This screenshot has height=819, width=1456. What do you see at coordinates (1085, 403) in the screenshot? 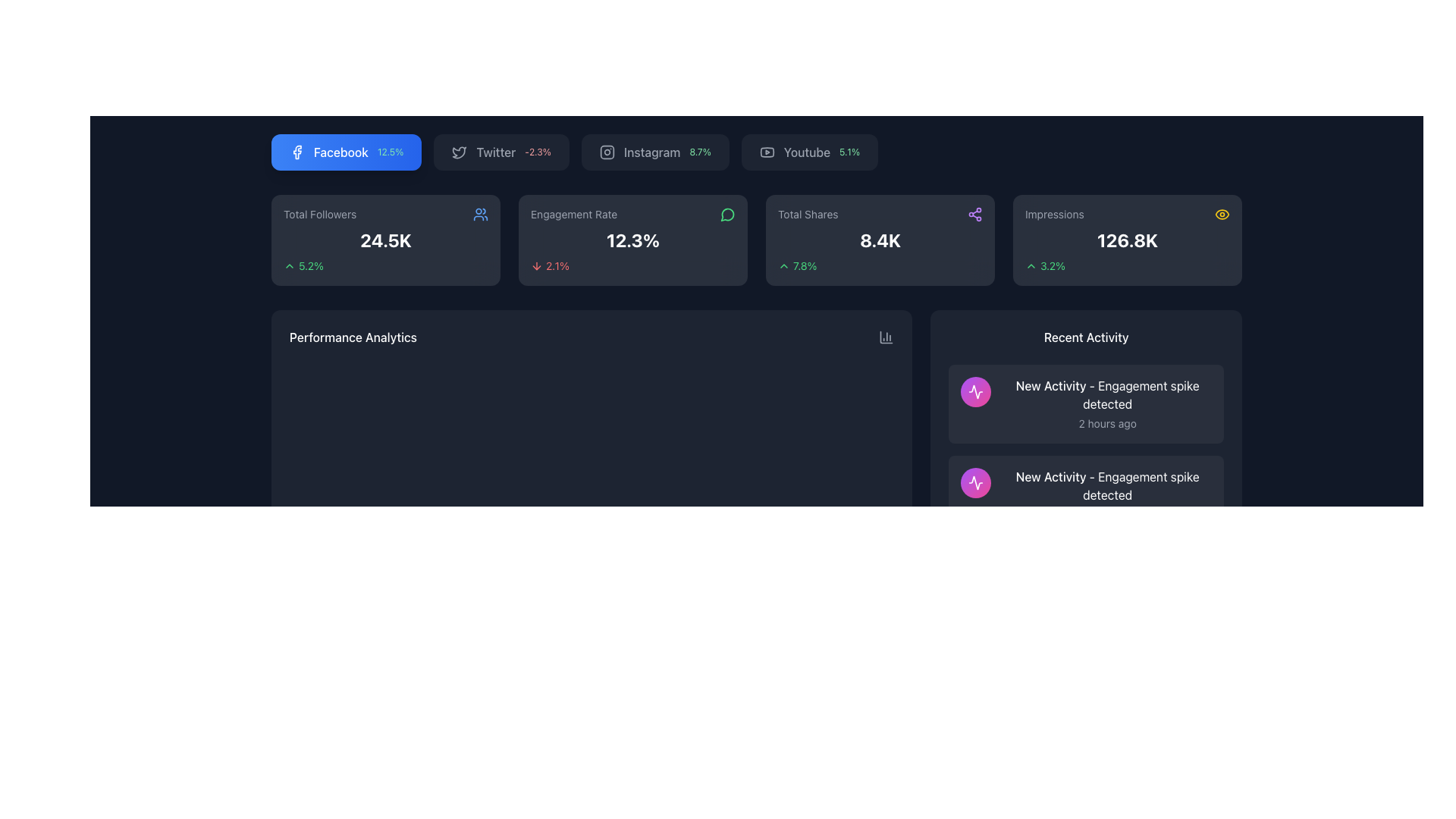
I see `information displayed on the Notification card about the engagement spike, which is the first card in the 'Recent Activity' list on the right side of the interface` at bounding box center [1085, 403].